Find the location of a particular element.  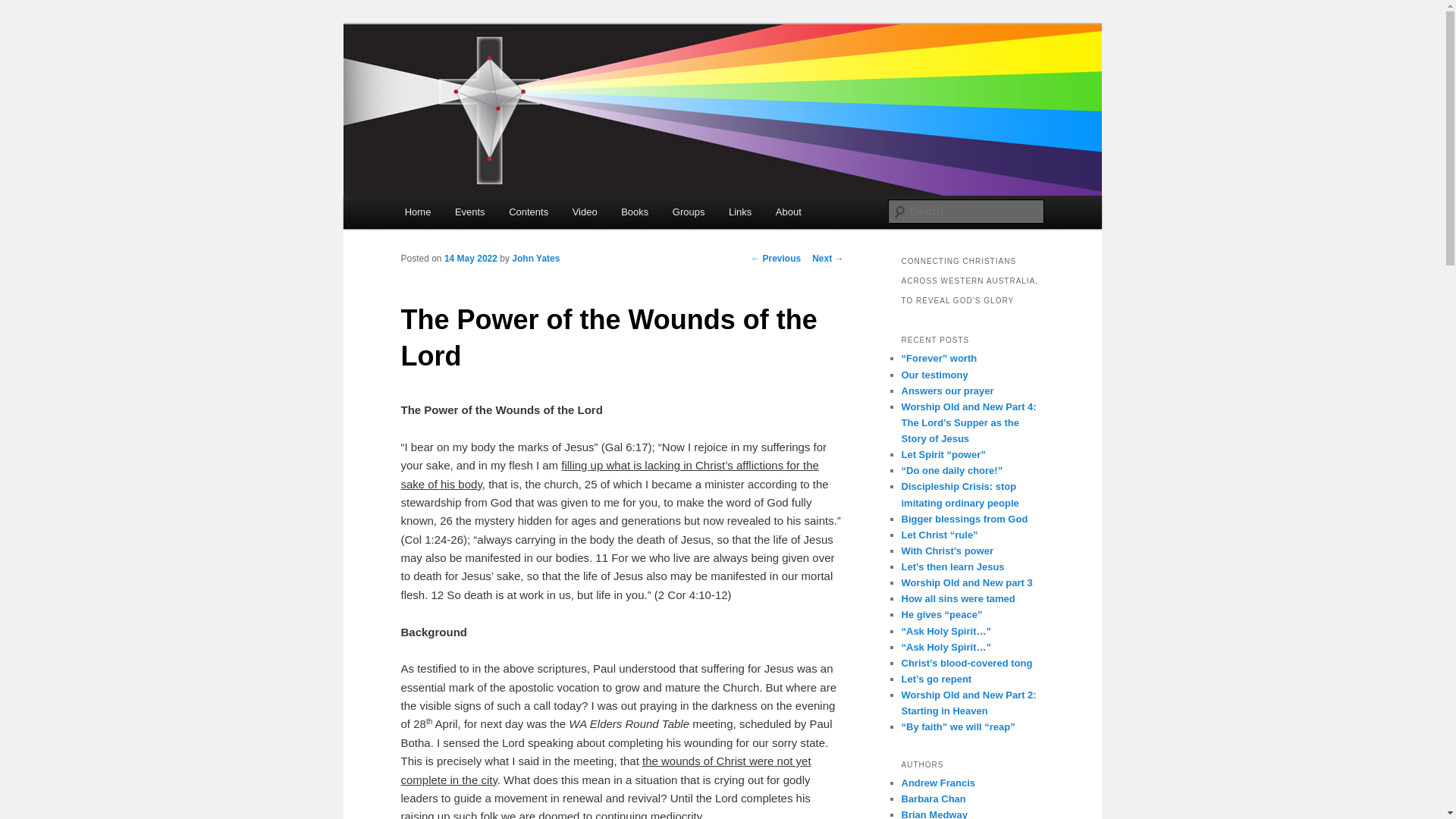

'Skip to primary content' is located at coordinates (472, 214).